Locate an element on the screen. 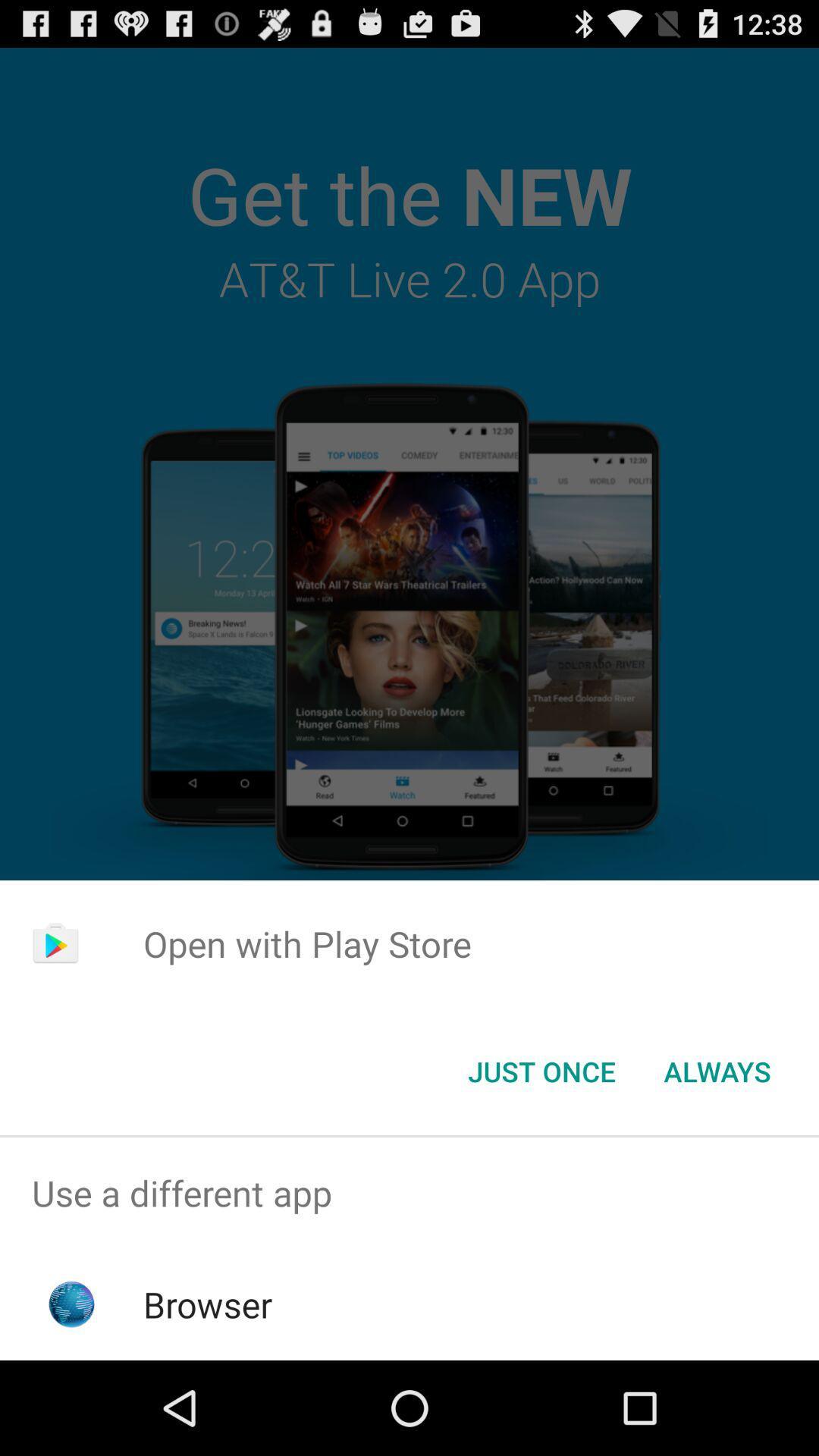 Image resolution: width=819 pixels, height=1456 pixels. the app below open with play is located at coordinates (541, 1070).